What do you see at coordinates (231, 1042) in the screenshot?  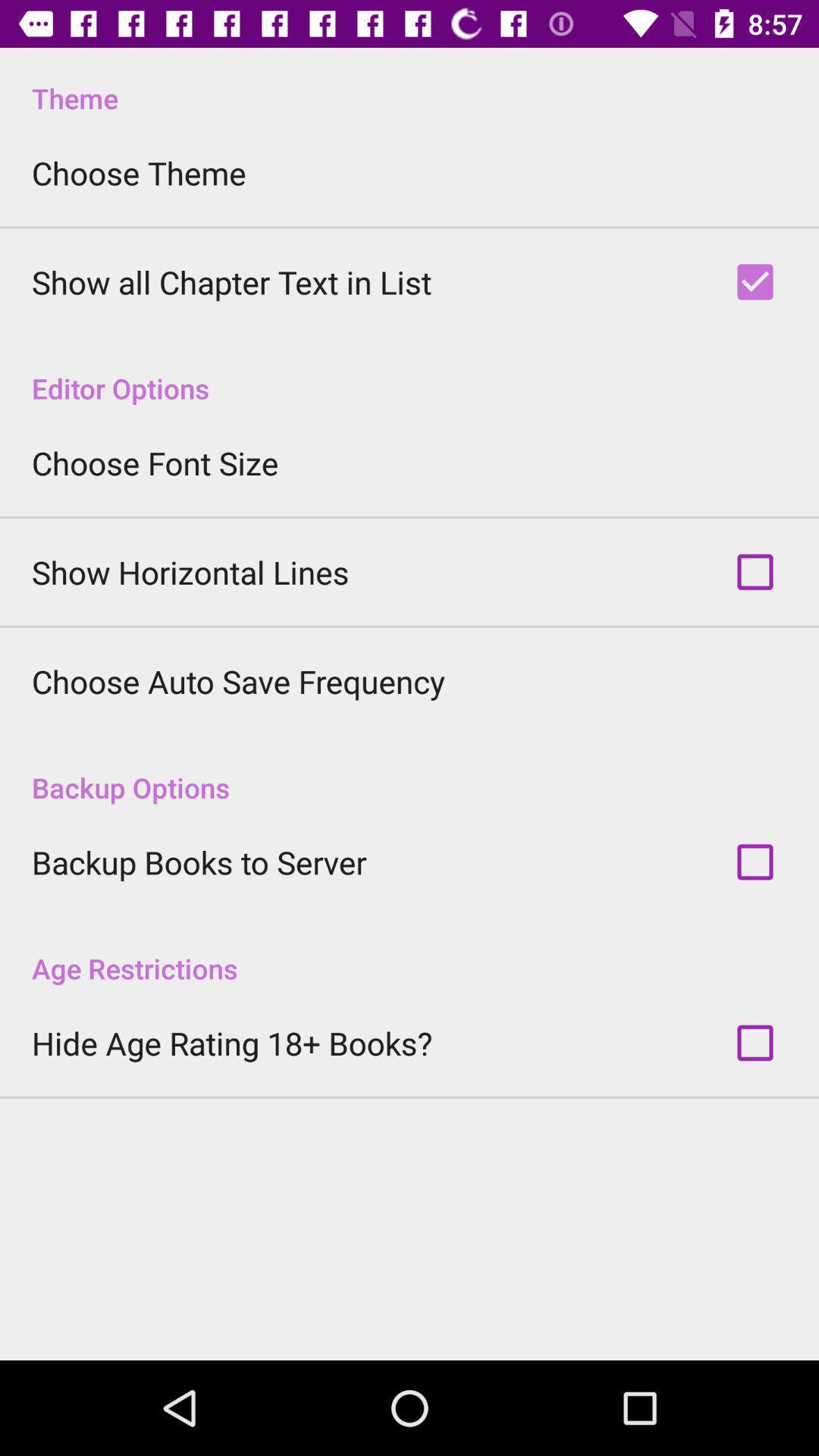 I see `the item at the bottom left corner` at bounding box center [231, 1042].